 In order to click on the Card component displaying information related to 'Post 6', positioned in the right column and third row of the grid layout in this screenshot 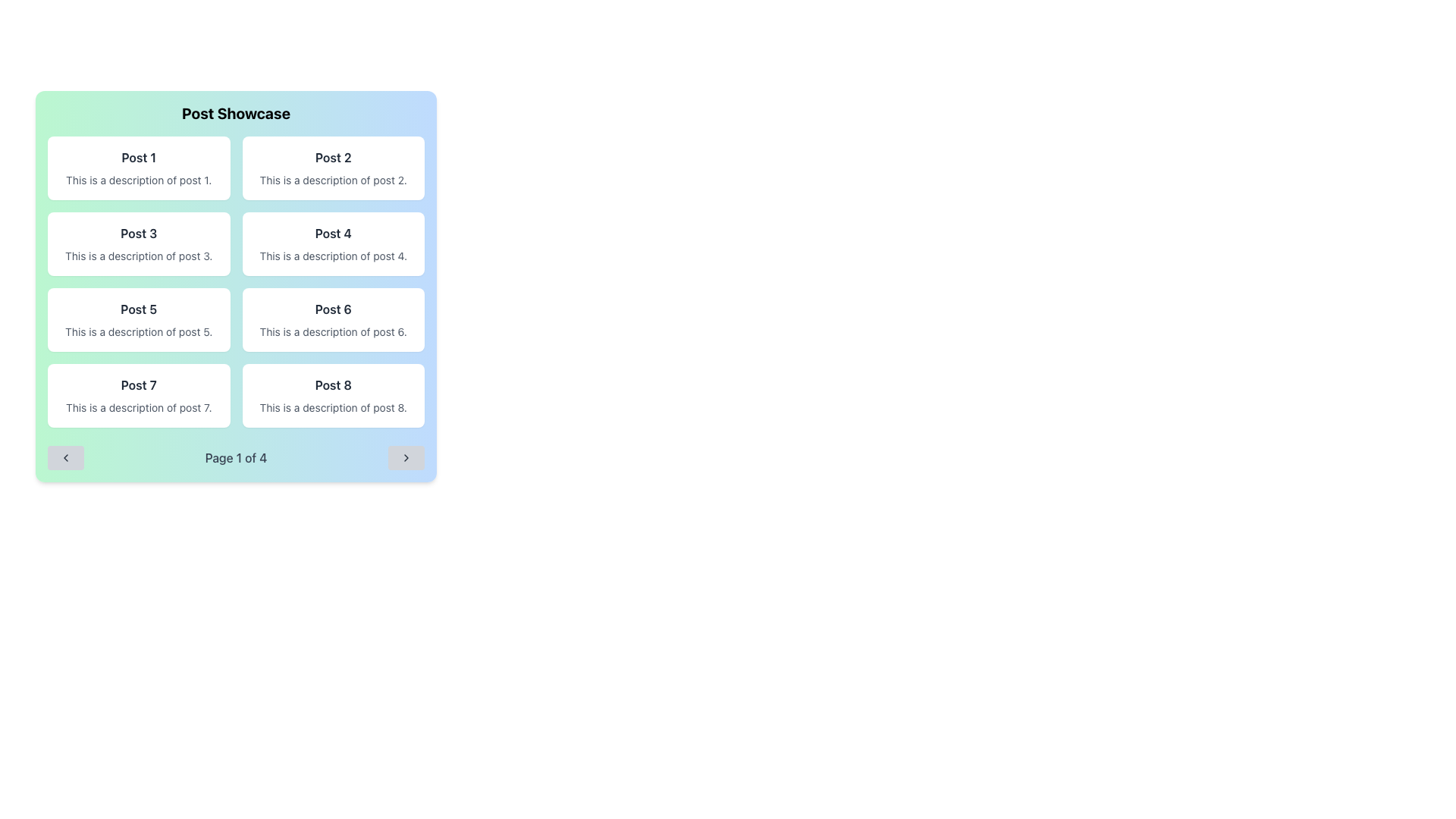, I will do `click(332, 318)`.